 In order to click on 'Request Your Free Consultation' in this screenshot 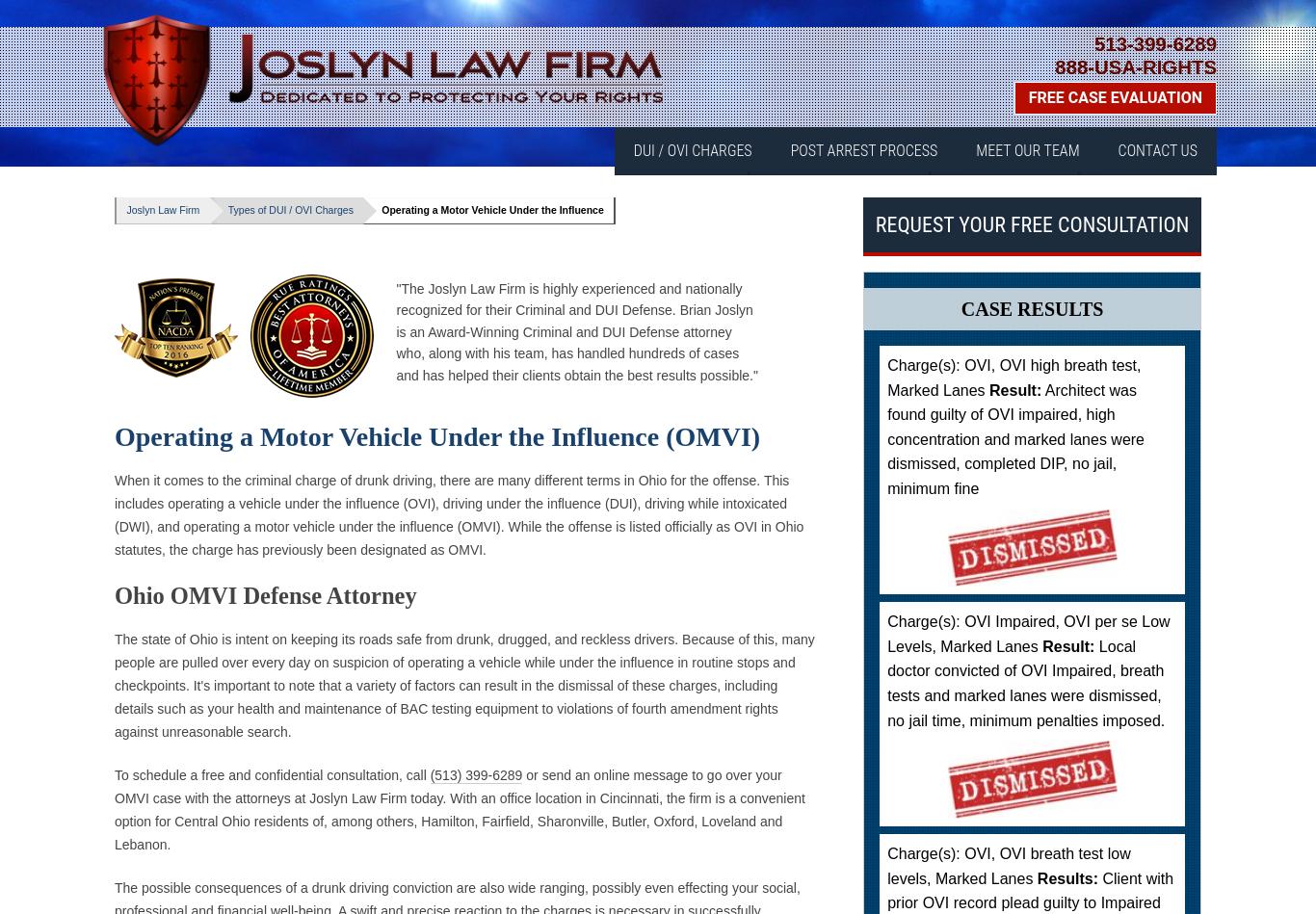, I will do `click(1030, 222)`.